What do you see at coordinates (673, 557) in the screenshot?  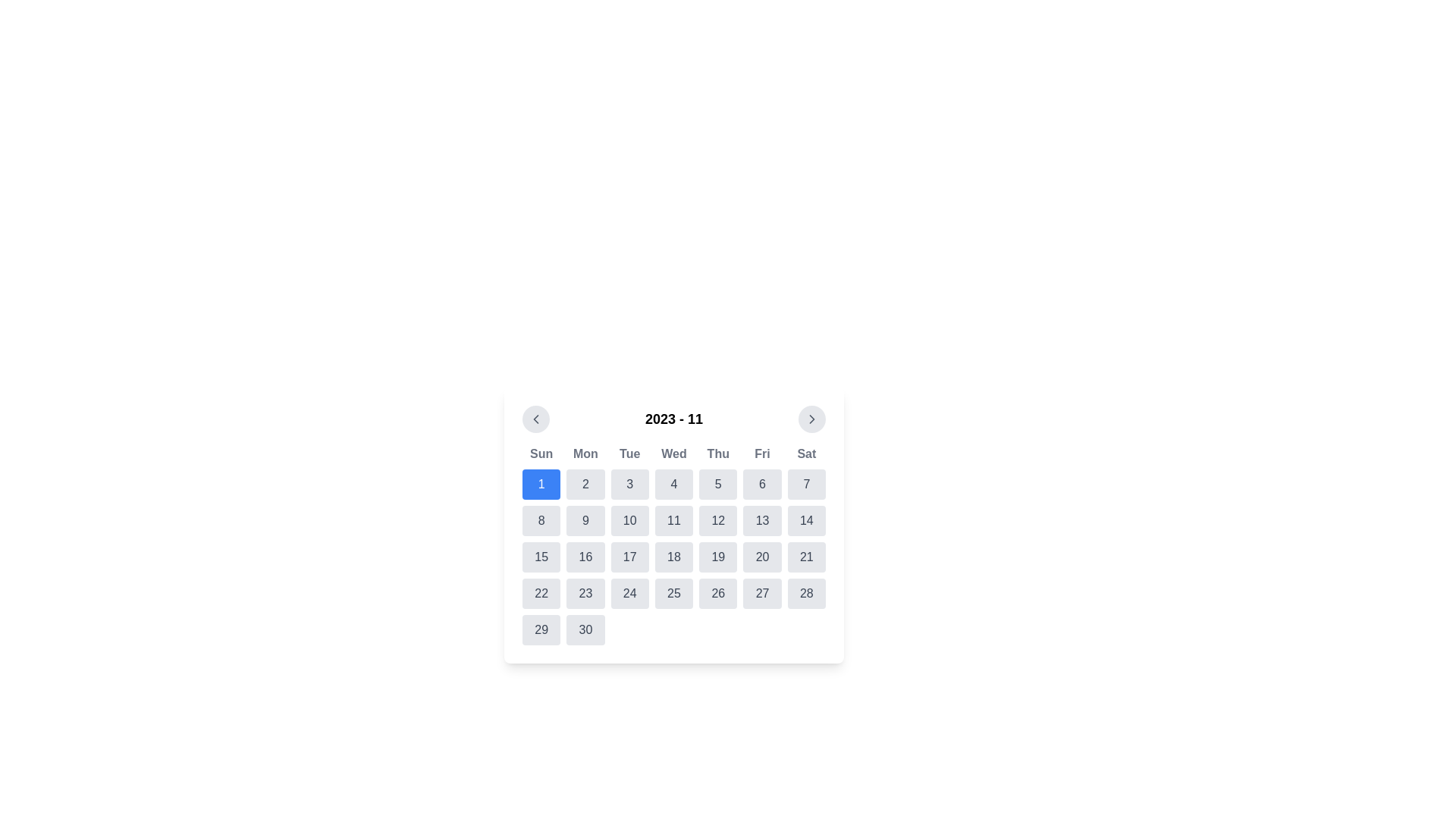 I see `the date selection button for the 18th date in the calendar grid layout` at bounding box center [673, 557].